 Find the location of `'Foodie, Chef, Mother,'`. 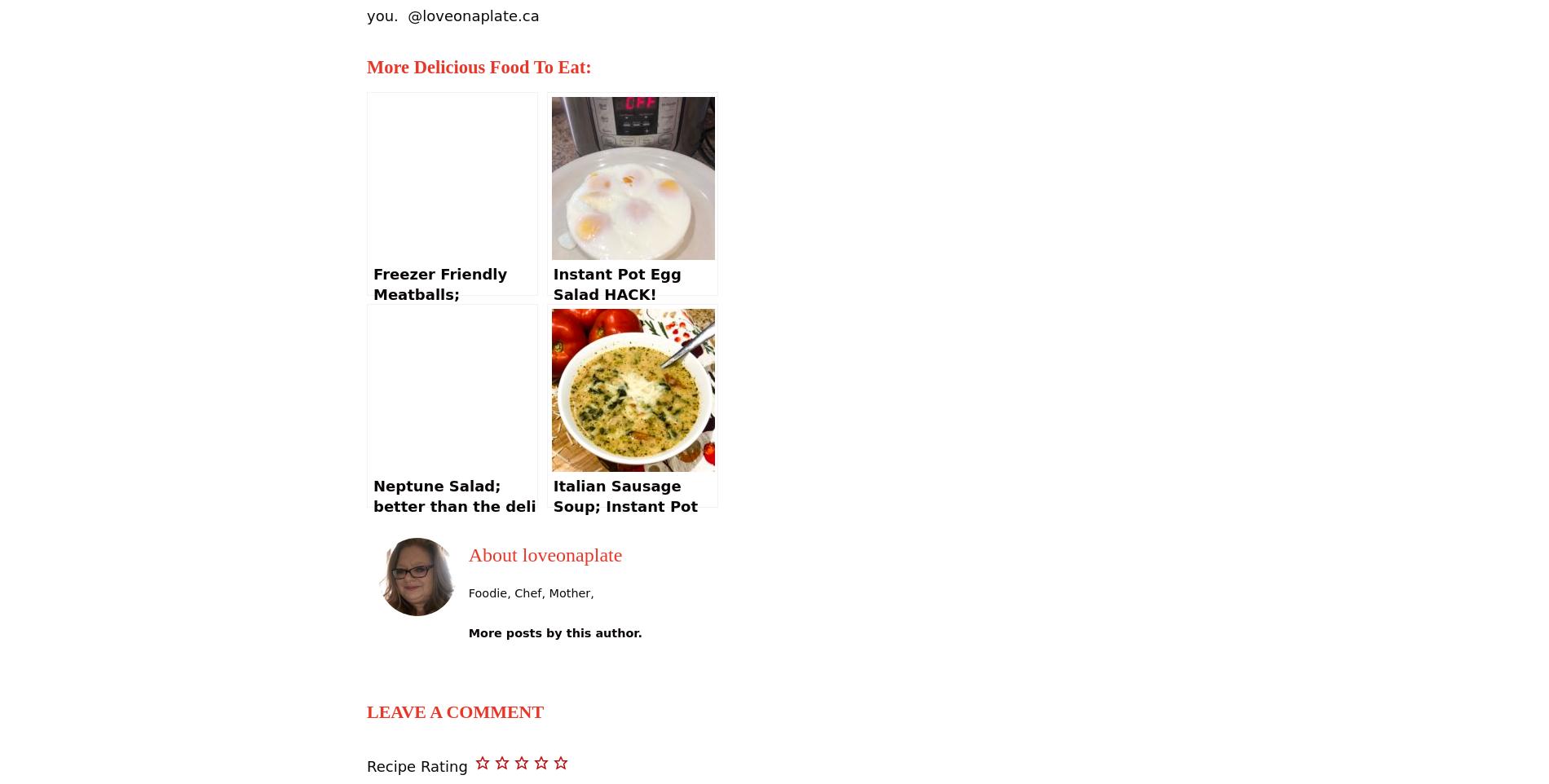

'Foodie, Chef, Mother,' is located at coordinates (530, 593).